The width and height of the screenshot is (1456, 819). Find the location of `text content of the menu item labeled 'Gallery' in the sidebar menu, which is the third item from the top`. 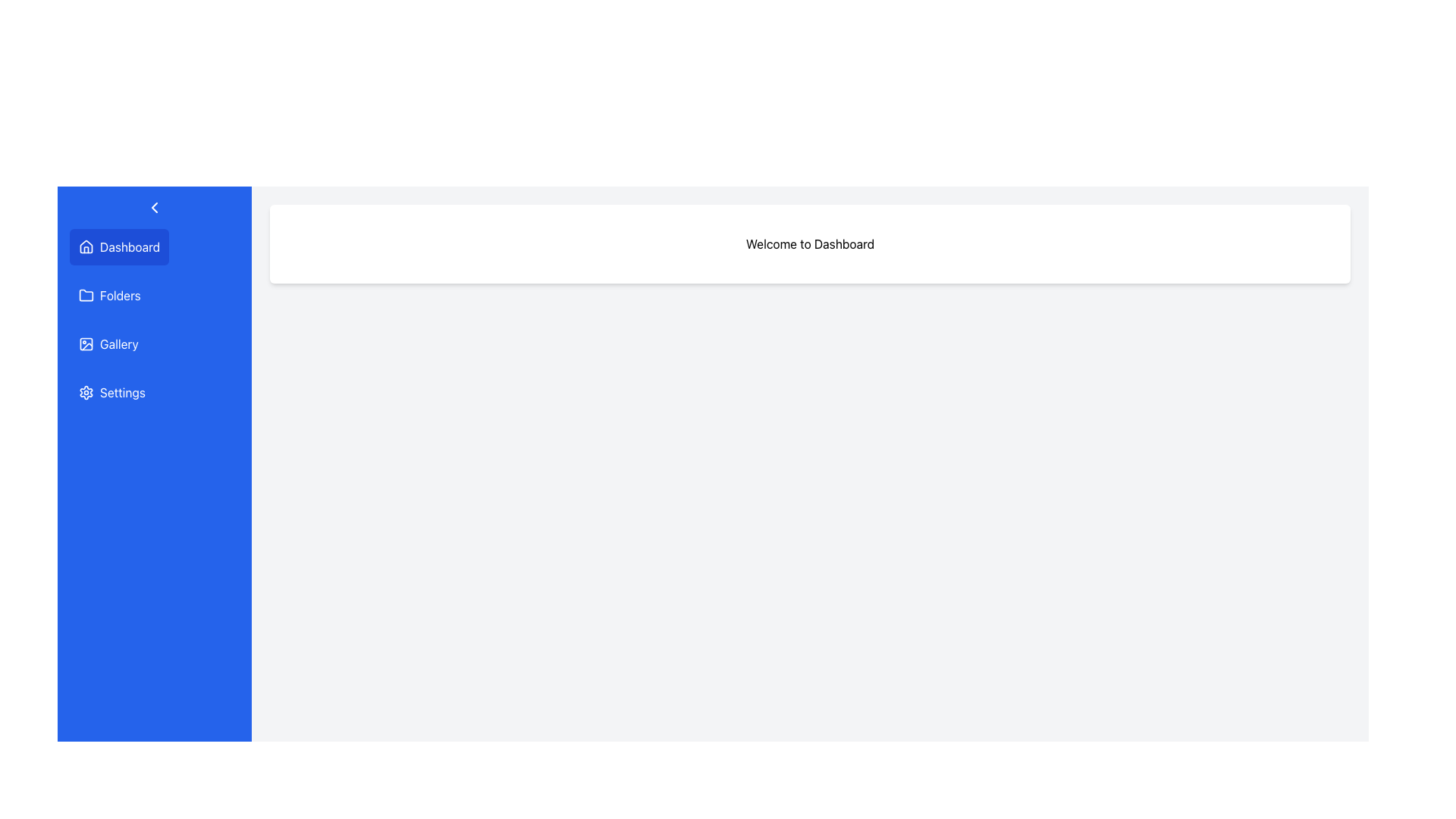

text content of the menu item labeled 'Gallery' in the sidebar menu, which is the third item from the top is located at coordinates (118, 344).